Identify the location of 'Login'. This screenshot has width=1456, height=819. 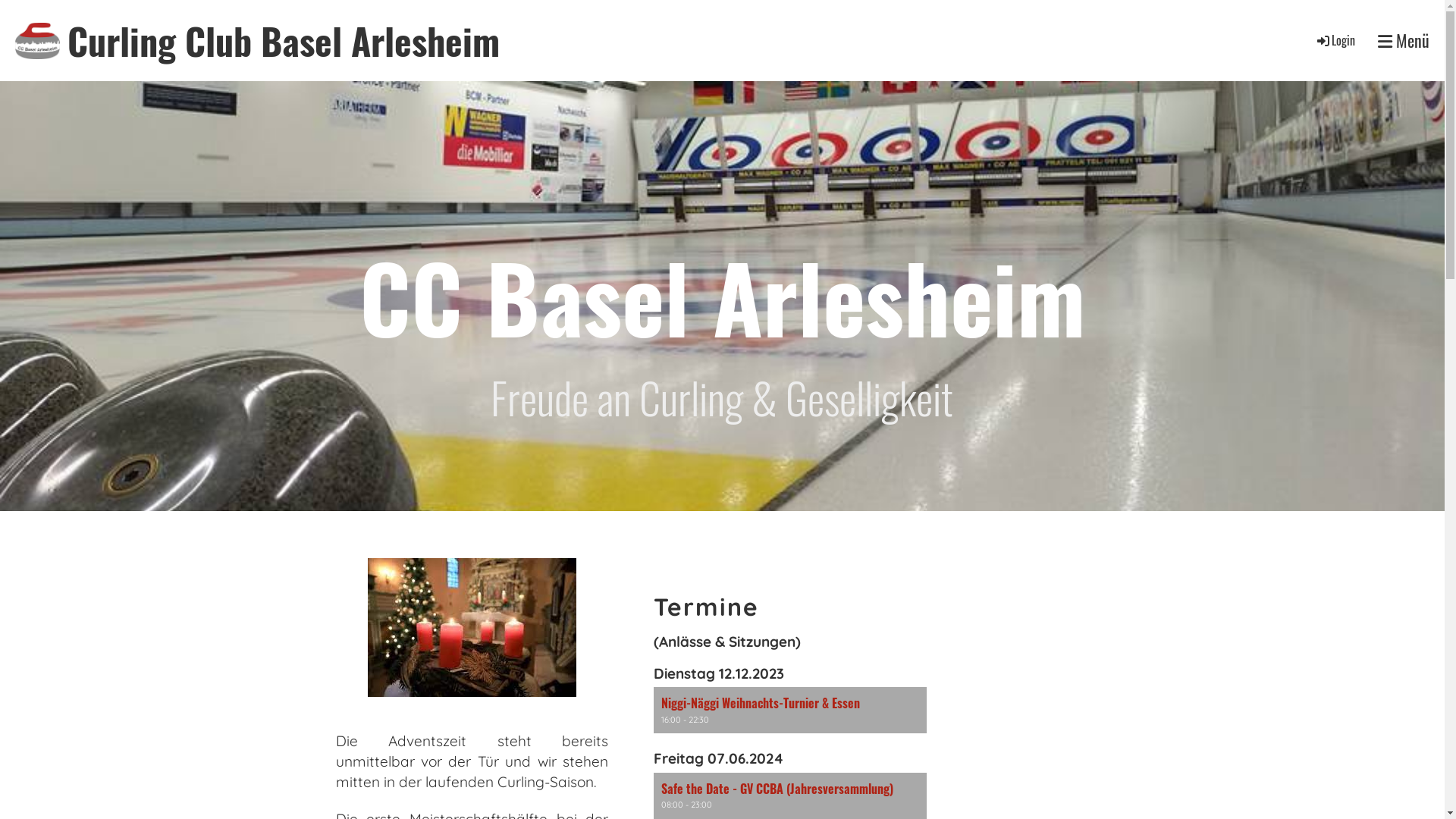
(1335, 39).